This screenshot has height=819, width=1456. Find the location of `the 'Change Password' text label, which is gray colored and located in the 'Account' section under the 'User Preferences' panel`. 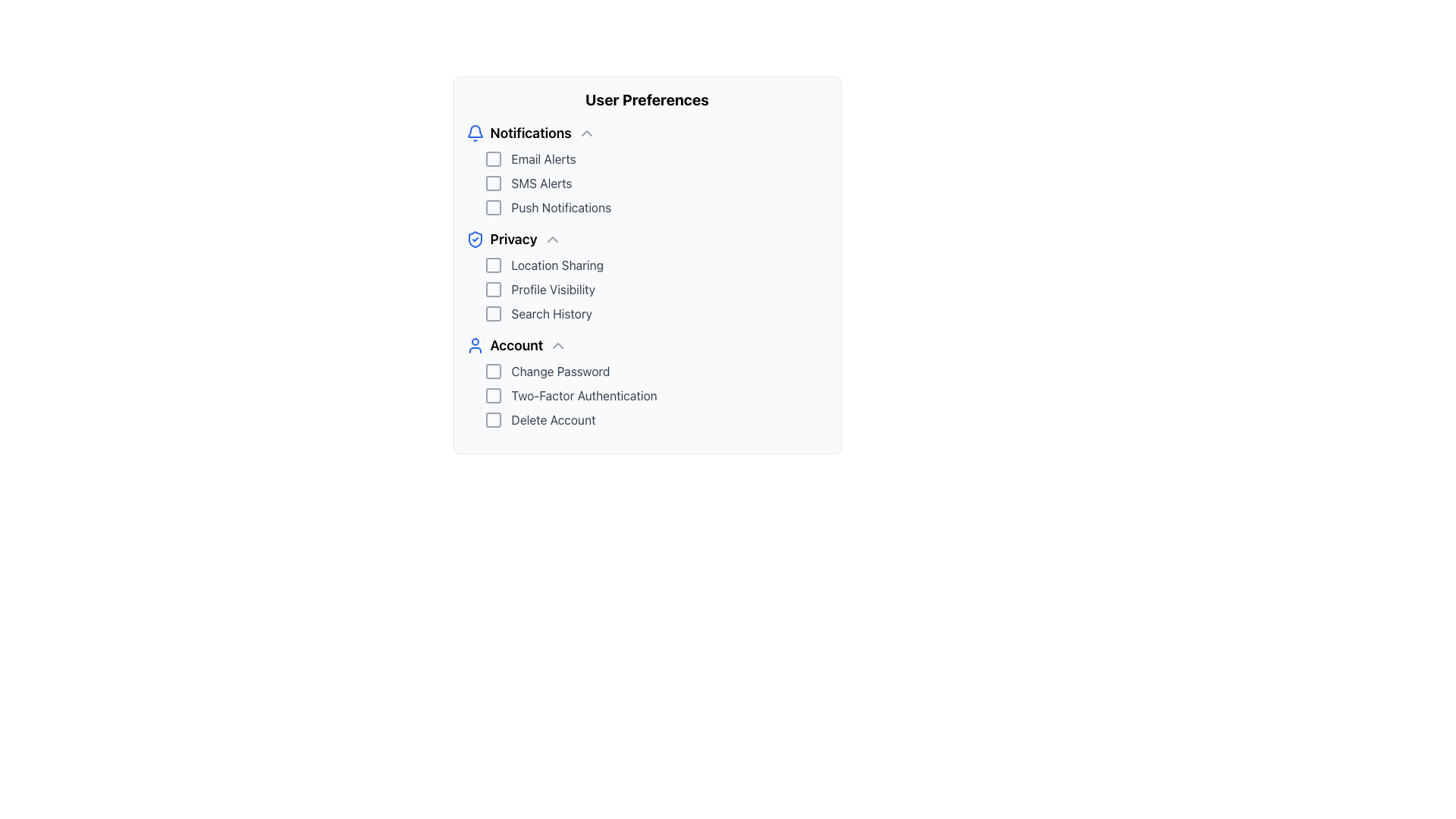

the 'Change Password' text label, which is gray colored and located in the 'Account' section under the 'User Preferences' panel is located at coordinates (560, 371).